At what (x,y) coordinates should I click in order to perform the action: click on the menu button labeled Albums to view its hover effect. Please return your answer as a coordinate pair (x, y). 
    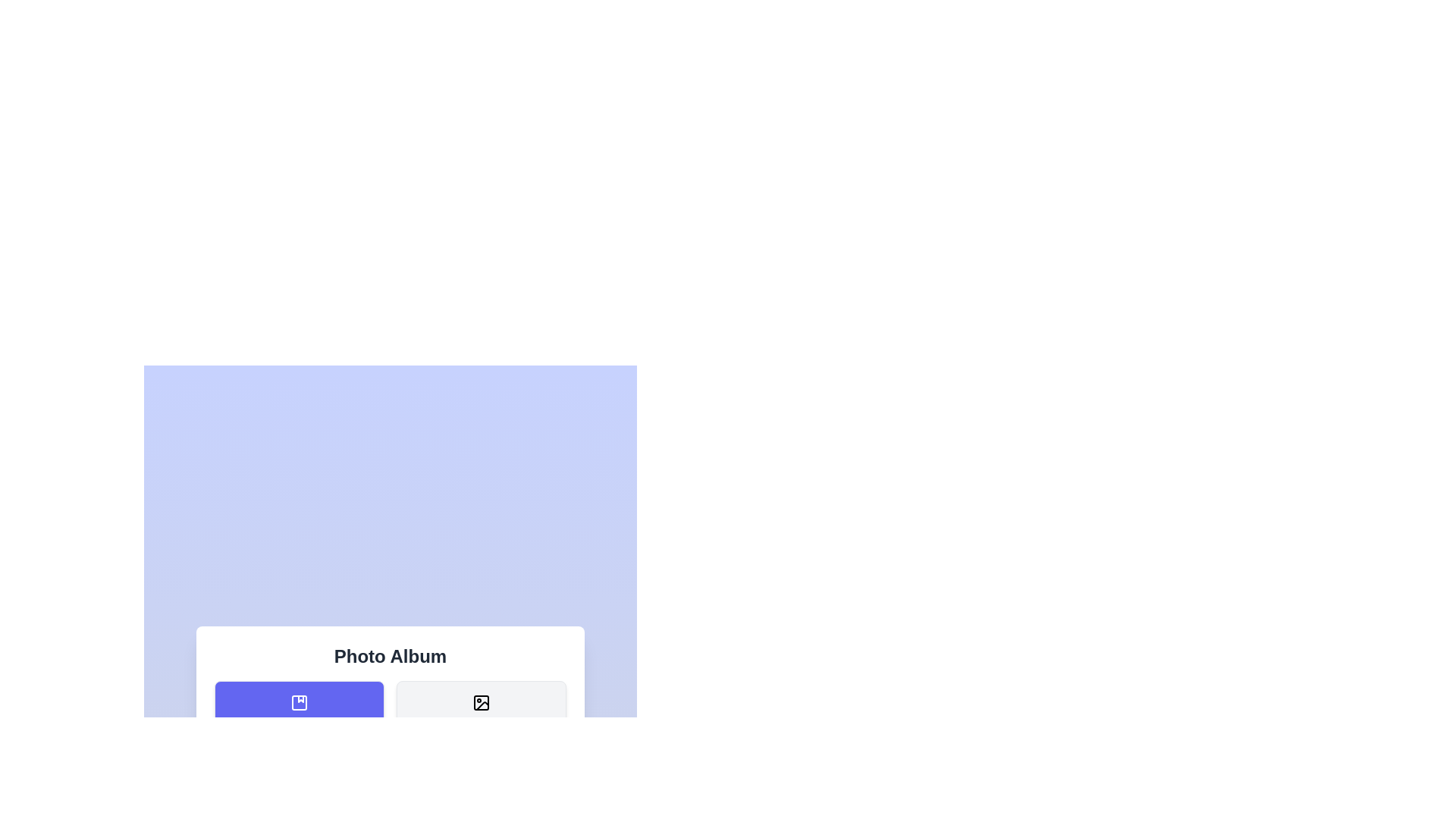
    Looking at the image, I should click on (299, 714).